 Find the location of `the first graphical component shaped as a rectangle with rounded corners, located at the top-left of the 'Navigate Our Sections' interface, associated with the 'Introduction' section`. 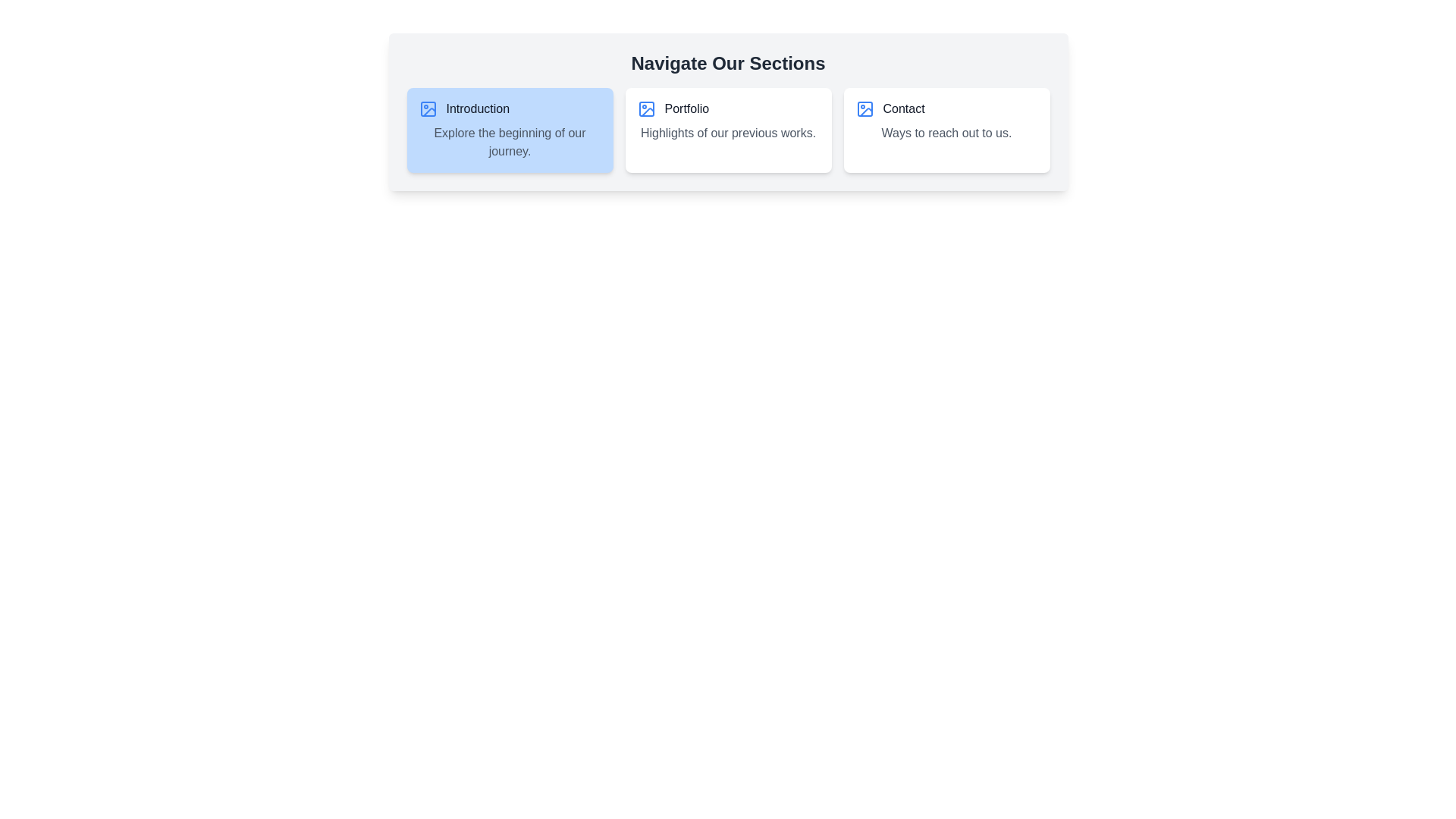

the first graphical component shaped as a rectangle with rounded corners, located at the top-left of the 'Navigate Our Sections' interface, associated with the 'Introduction' section is located at coordinates (646, 108).